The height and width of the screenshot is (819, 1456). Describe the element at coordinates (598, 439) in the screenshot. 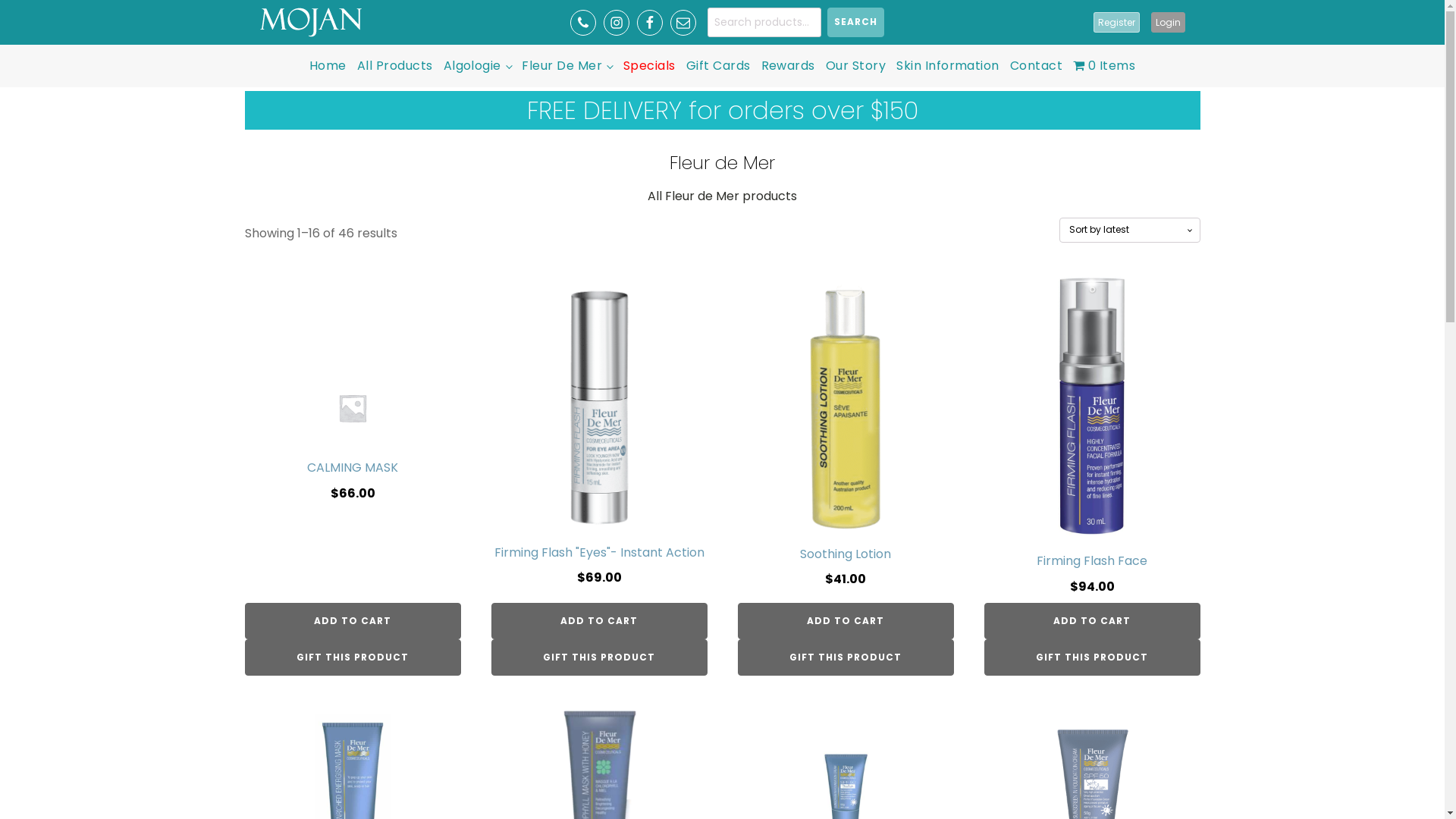

I see `'Firming Flash "Eyes"- Instant Action` at that location.